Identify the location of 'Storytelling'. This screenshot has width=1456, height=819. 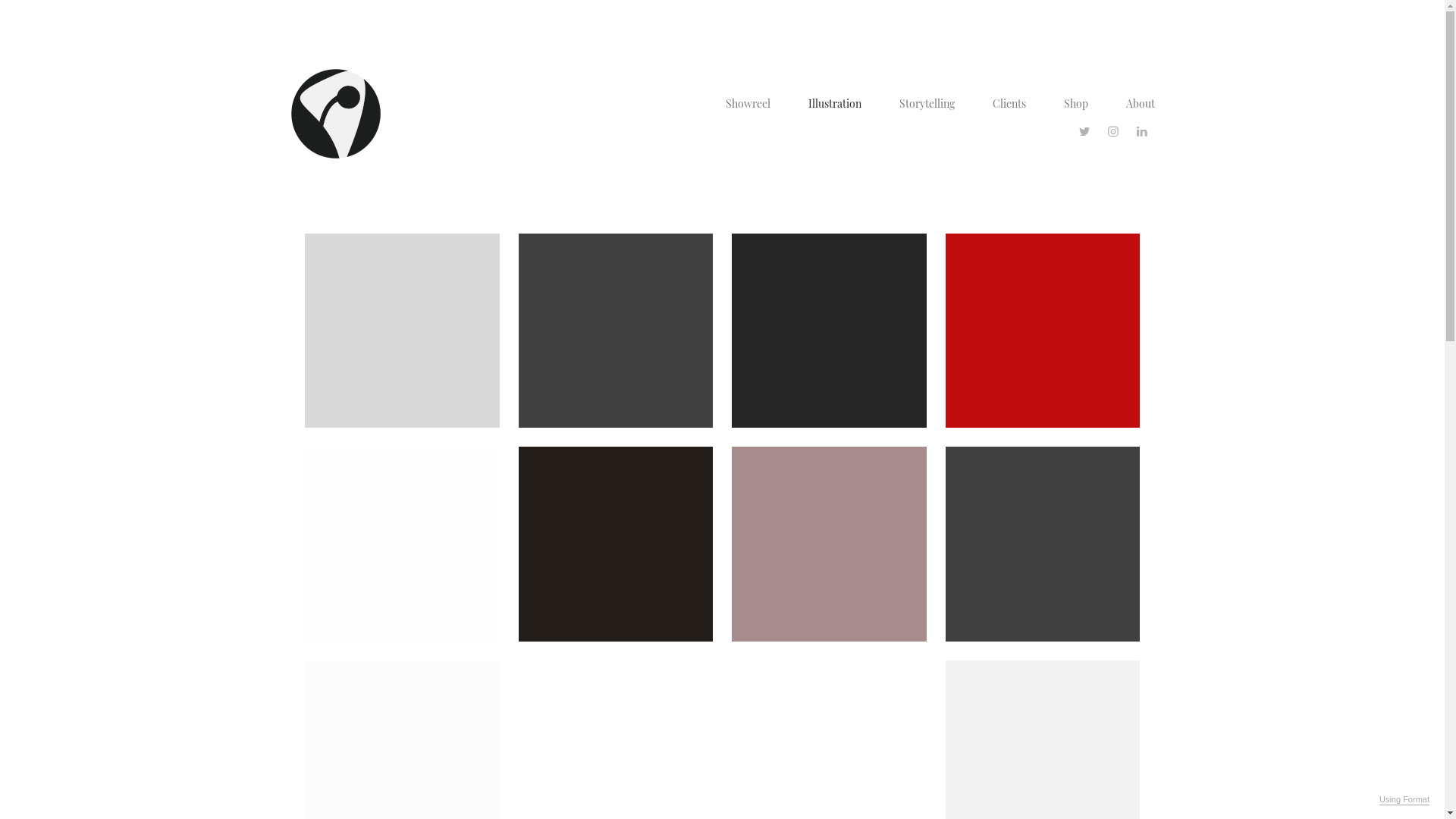
(926, 102).